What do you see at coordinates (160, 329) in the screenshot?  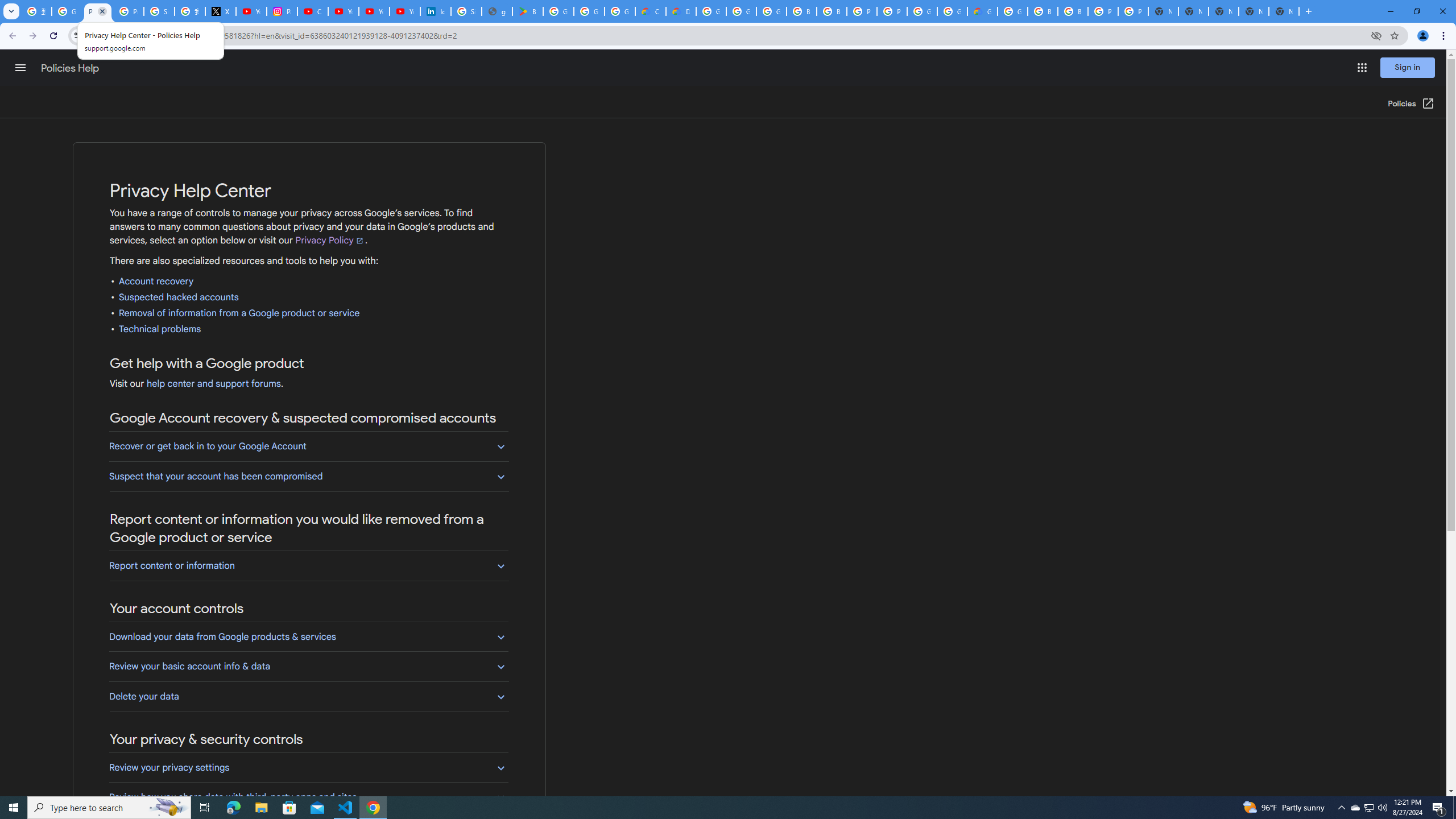 I see `'Technical problems'` at bounding box center [160, 329].